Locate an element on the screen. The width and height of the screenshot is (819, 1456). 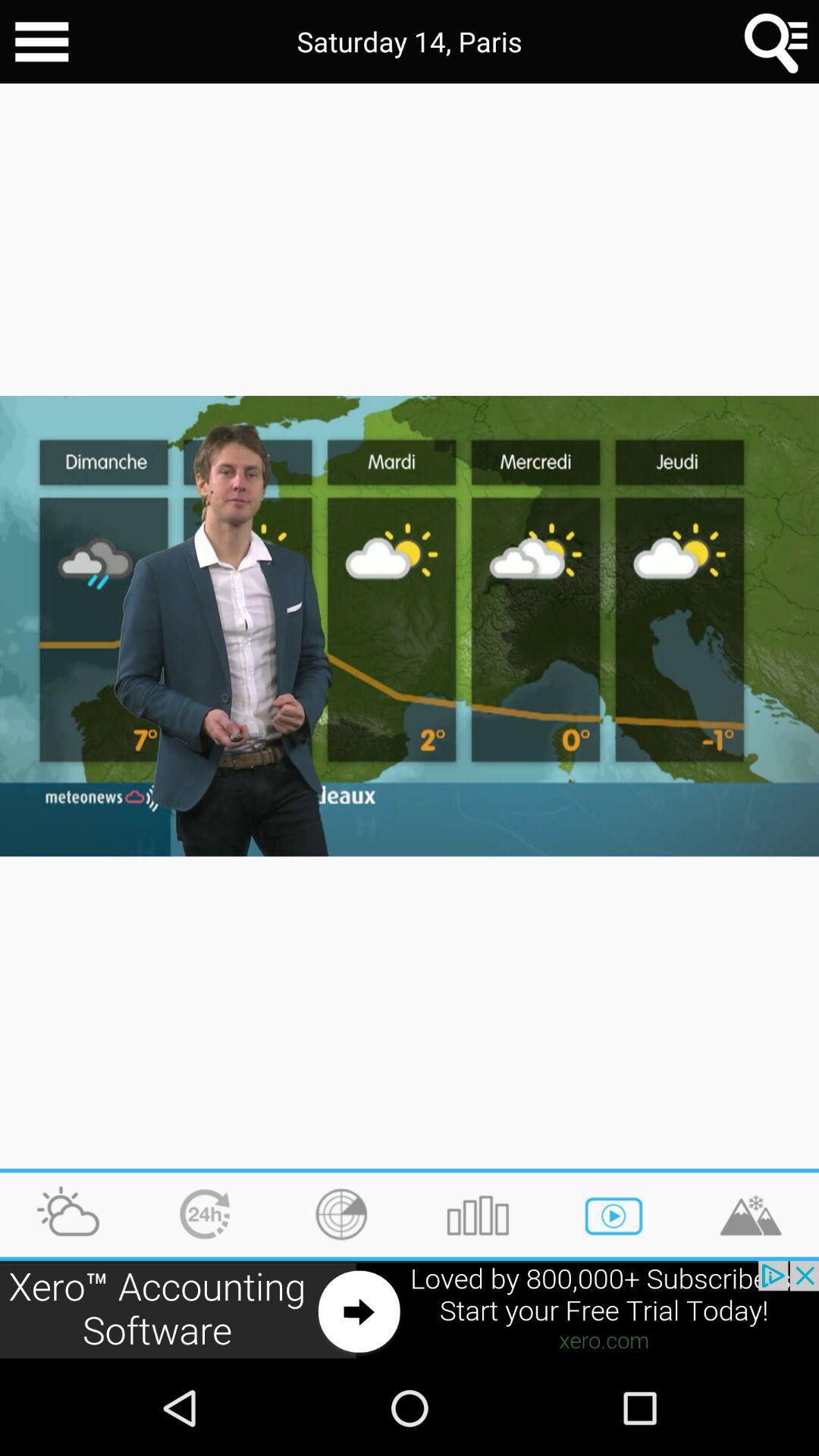
the menu icon is located at coordinates (41, 44).